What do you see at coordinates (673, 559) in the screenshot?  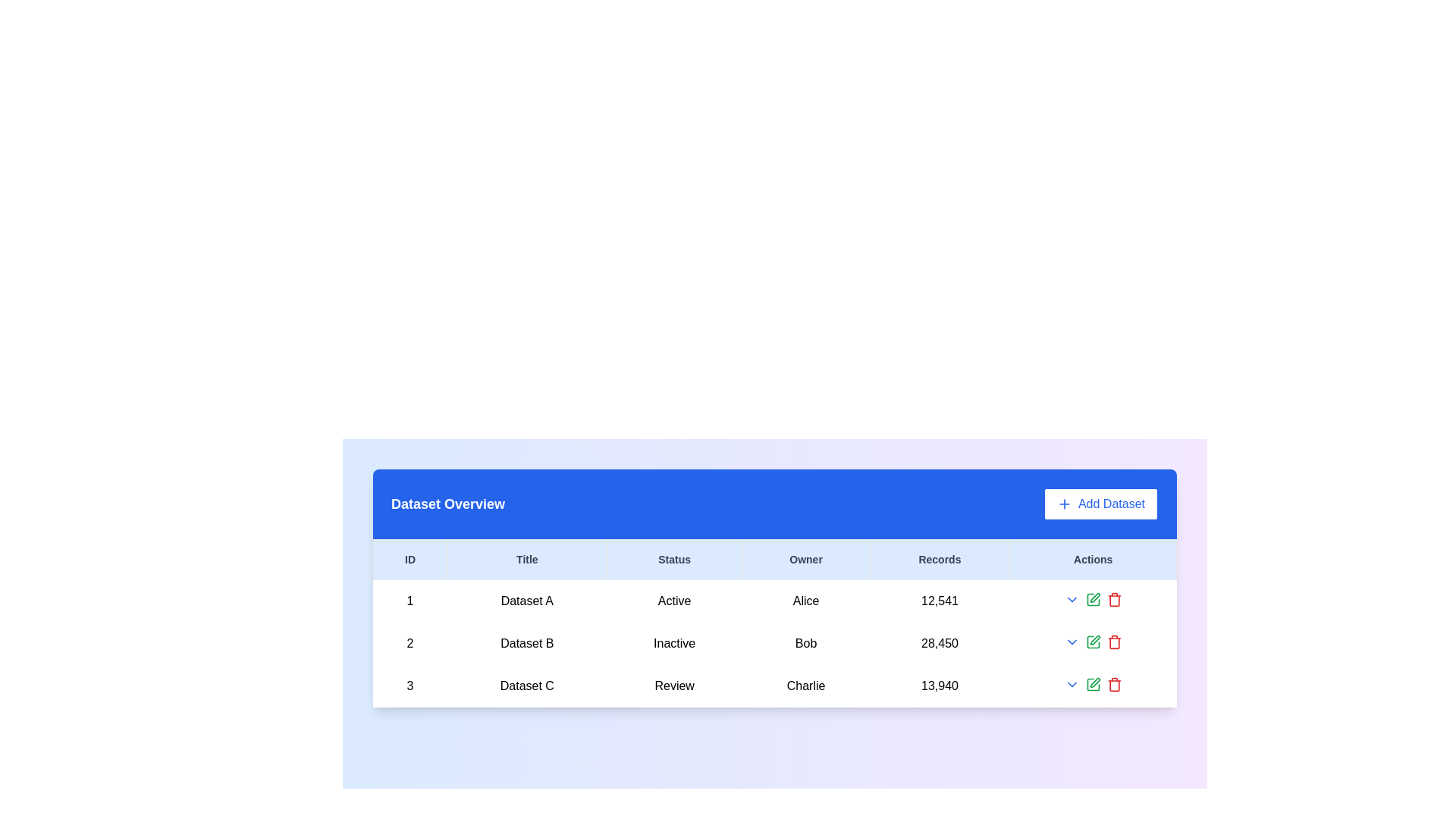 I see `the 'Status' column header in the table, which is the third column header located in the top row of the table` at bounding box center [673, 559].